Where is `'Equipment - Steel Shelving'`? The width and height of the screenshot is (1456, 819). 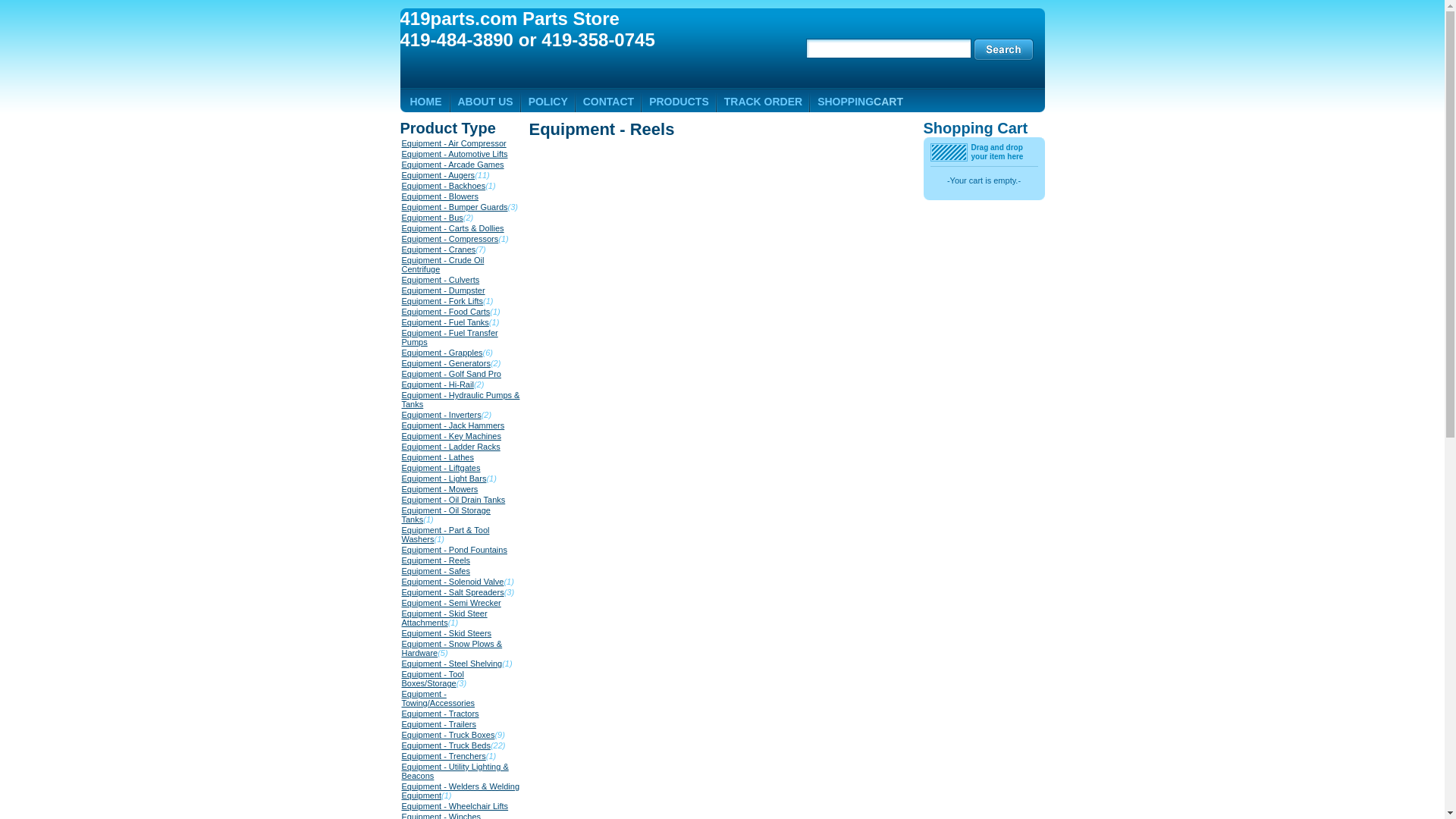 'Equipment - Steel Shelving' is located at coordinates (451, 663).